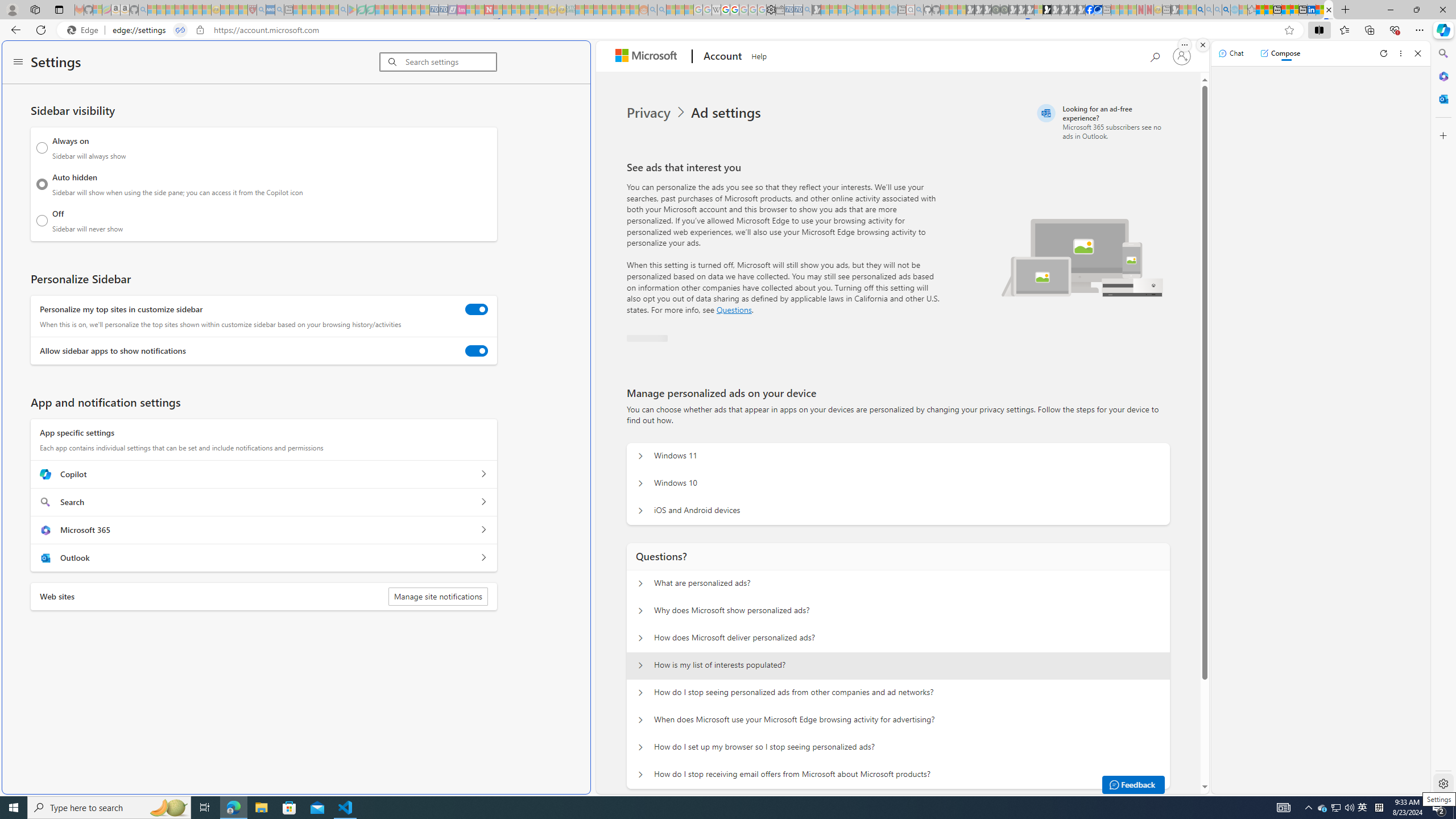 This screenshot has height=819, width=1456. I want to click on 'Account', so click(721, 56).